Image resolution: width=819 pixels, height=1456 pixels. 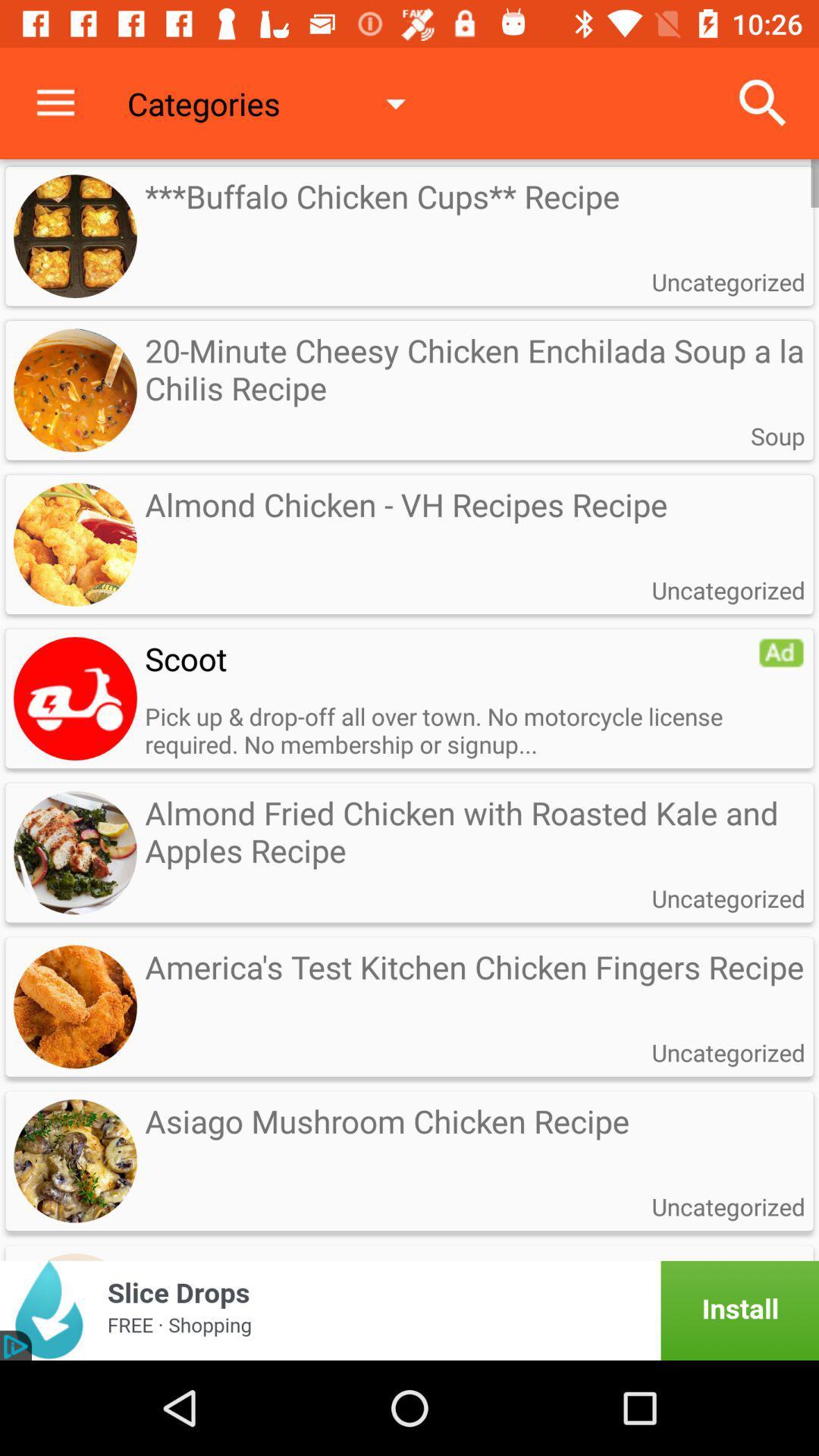 What do you see at coordinates (409, 1310) in the screenshot?
I see `advertisement page` at bounding box center [409, 1310].